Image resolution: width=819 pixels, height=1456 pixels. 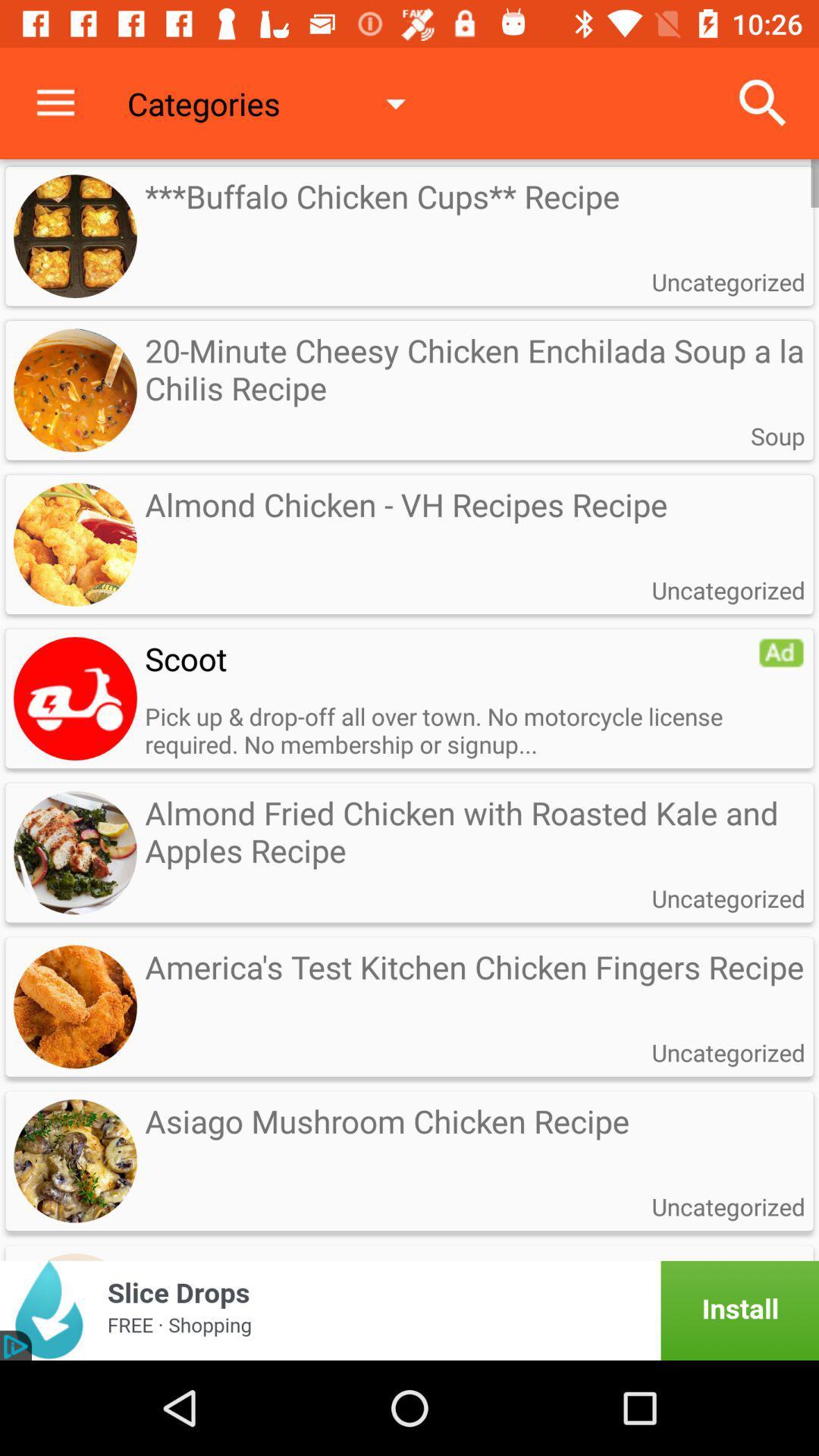 What do you see at coordinates (409, 1310) in the screenshot?
I see `advertisement page` at bounding box center [409, 1310].